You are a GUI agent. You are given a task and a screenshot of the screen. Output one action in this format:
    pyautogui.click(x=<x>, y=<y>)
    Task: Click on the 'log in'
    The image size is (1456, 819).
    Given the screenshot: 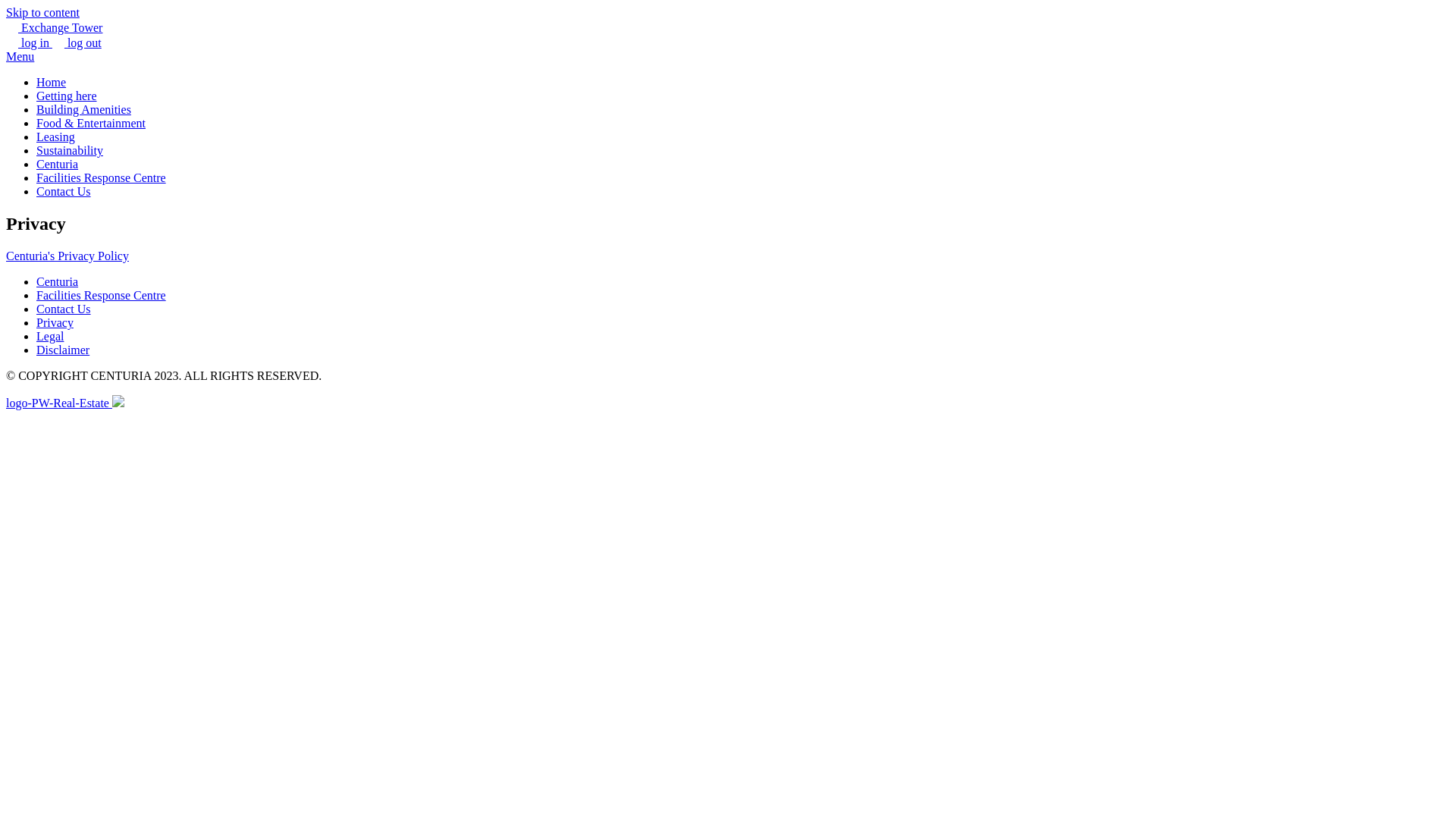 What is the action you would take?
    pyautogui.click(x=29, y=42)
    